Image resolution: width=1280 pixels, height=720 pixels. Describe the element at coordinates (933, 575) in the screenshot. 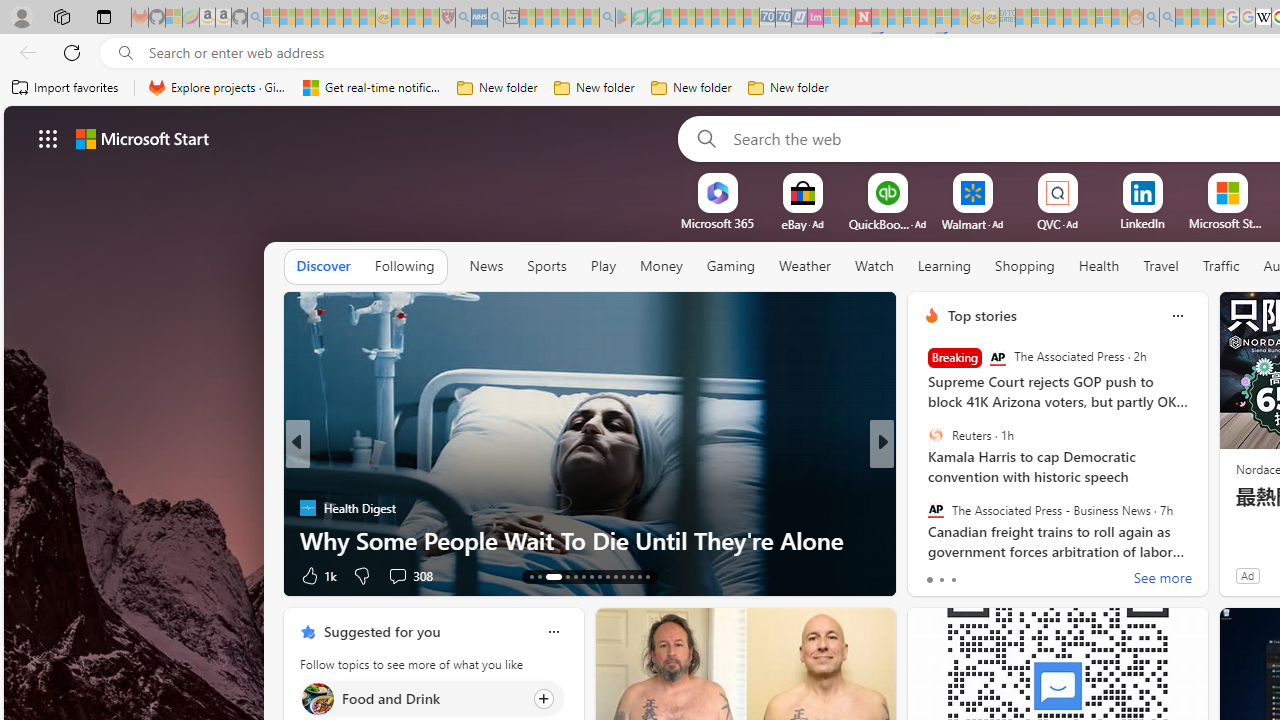

I see `'73 Like'` at that location.